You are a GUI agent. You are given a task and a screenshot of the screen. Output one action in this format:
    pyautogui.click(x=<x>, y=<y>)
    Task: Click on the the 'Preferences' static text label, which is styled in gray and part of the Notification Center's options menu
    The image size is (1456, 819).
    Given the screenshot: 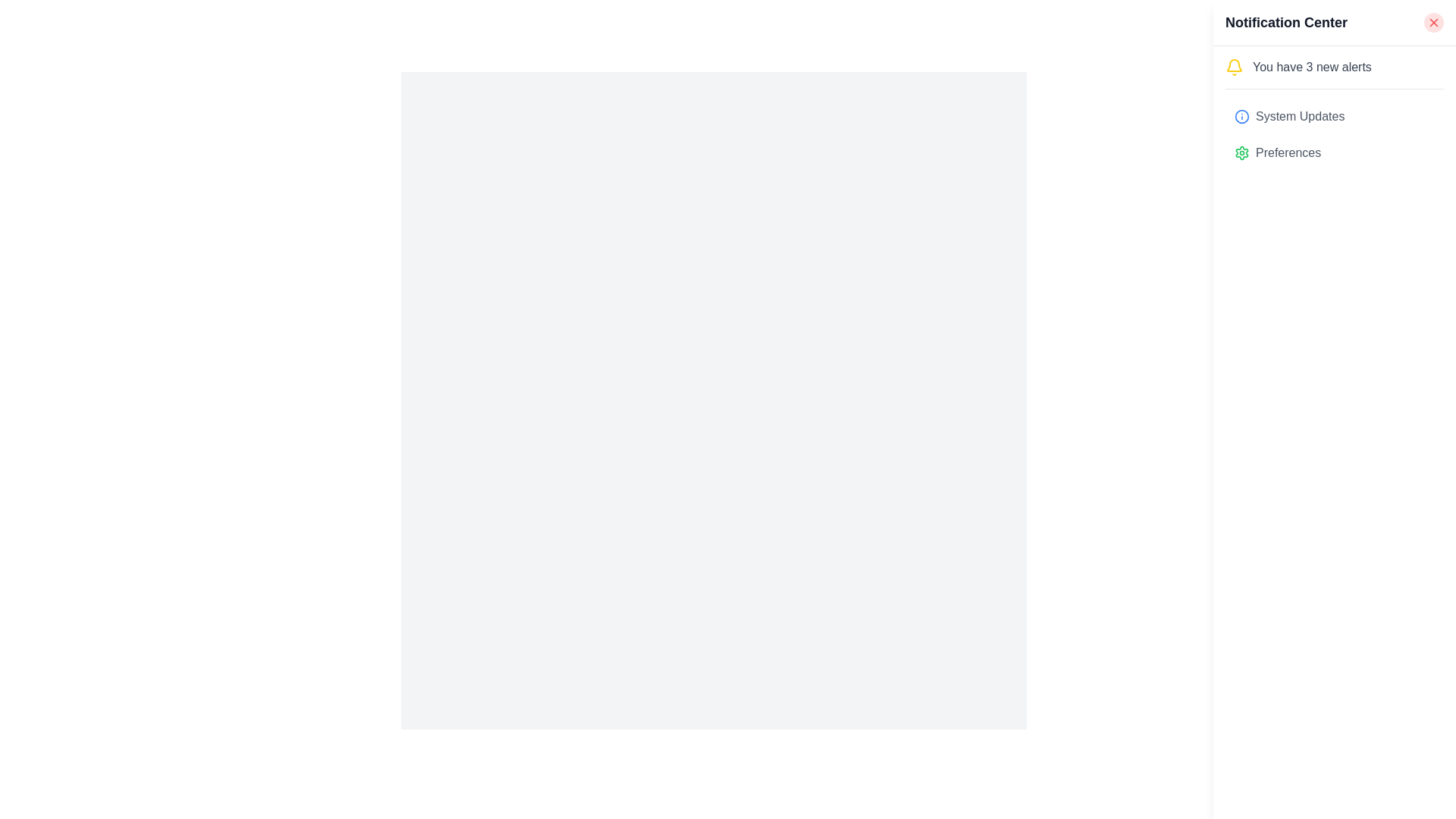 What is the action you would take?
    pyautogui.click(x=1288, y=152)
    